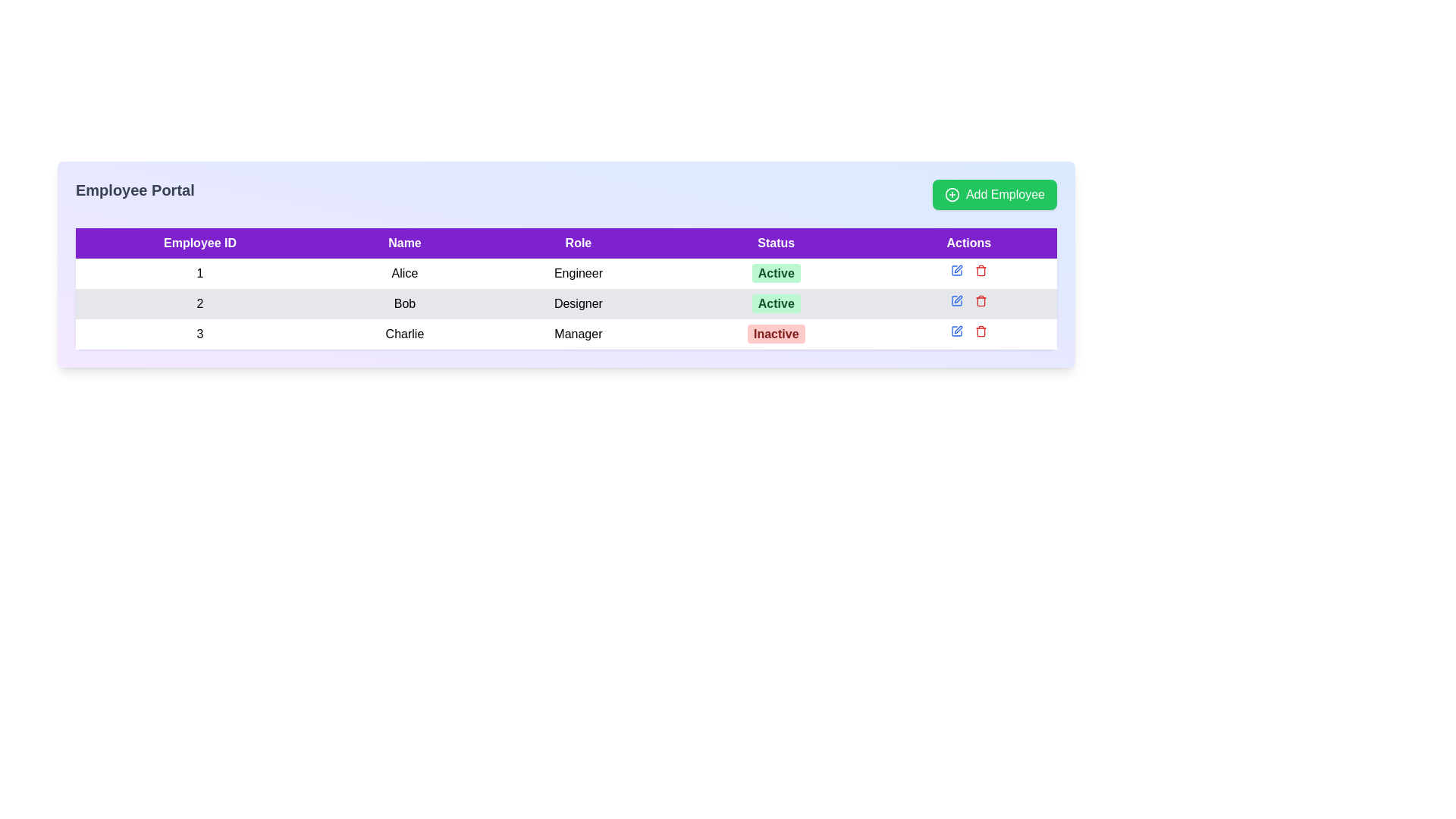  What do you see at coordinates (404, 333) in the screenshot?
I see `the Text element displaying 'Charlie' in black, which is centered within its cell in the third row of the table` at bounding box center [404, 333].